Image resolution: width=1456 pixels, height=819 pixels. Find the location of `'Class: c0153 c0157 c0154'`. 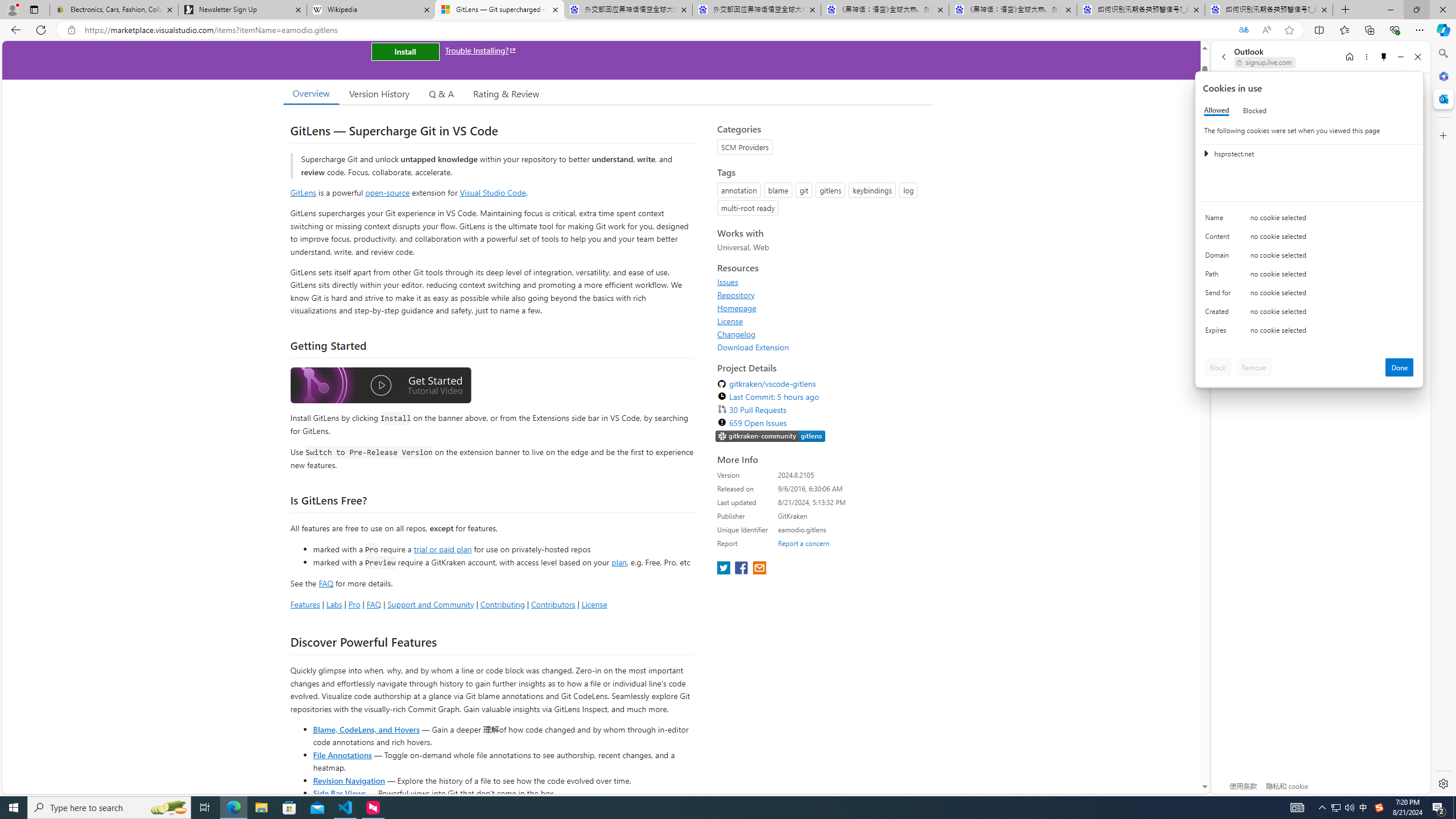

'Class: c0153 c0157 c0154' is located at coordinates (1309, 220).